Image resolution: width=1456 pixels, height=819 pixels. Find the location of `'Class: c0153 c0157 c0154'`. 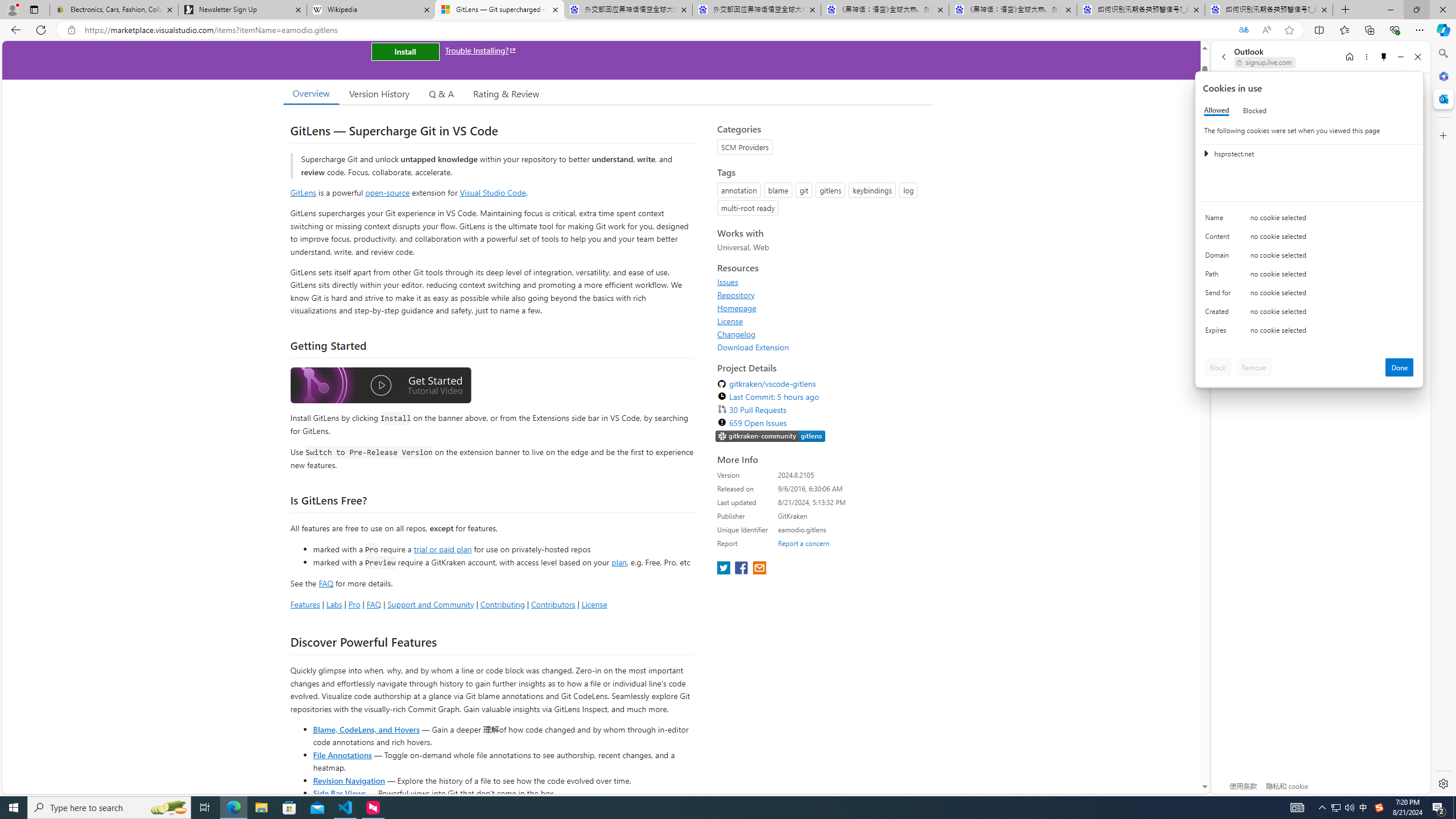

'Class: c0153 c0157 c0154' is located at coordinates (1309, 220).